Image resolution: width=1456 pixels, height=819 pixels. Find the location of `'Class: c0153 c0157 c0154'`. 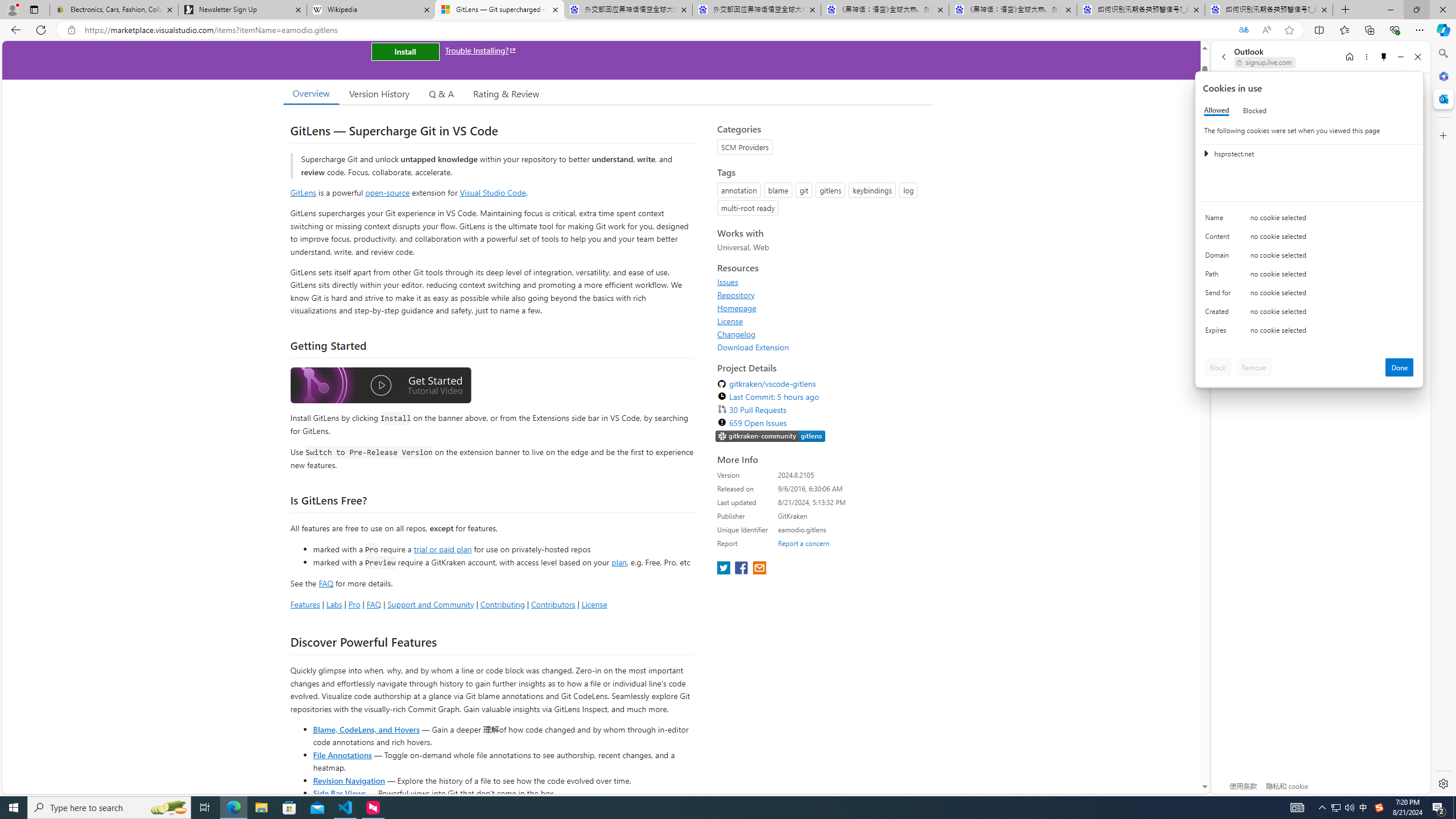

'Class: c0153 c0157 c0154' is located at coordinates (1309, 220).